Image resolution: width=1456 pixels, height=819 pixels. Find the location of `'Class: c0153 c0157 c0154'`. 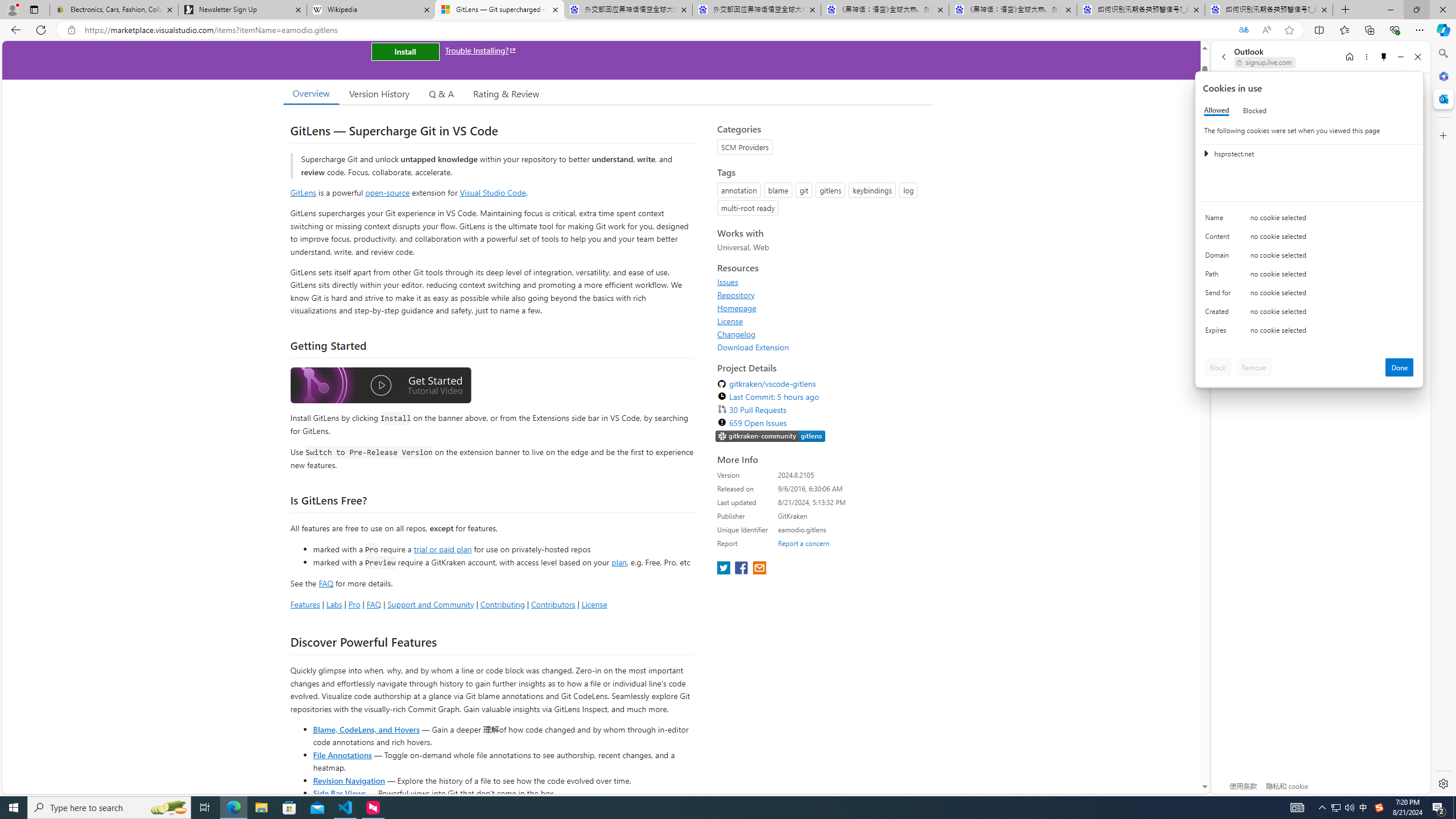

'Class: c0153 c0157 c0154' is located at coordinates (1309, 220).